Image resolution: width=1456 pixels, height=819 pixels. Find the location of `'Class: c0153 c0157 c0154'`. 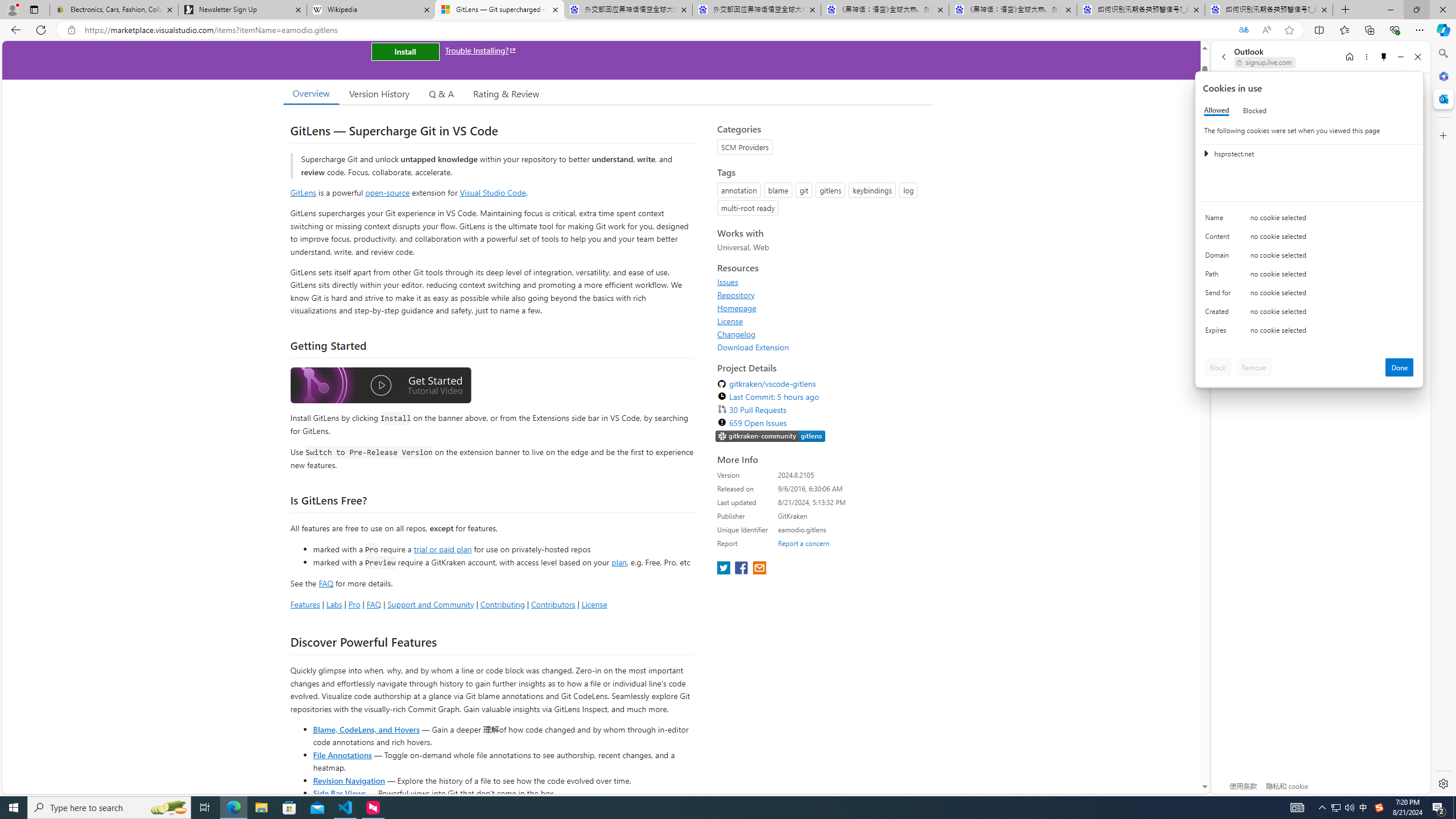

'Class: c0153 c0157 c0154' is located at coordinates (1309, 220).